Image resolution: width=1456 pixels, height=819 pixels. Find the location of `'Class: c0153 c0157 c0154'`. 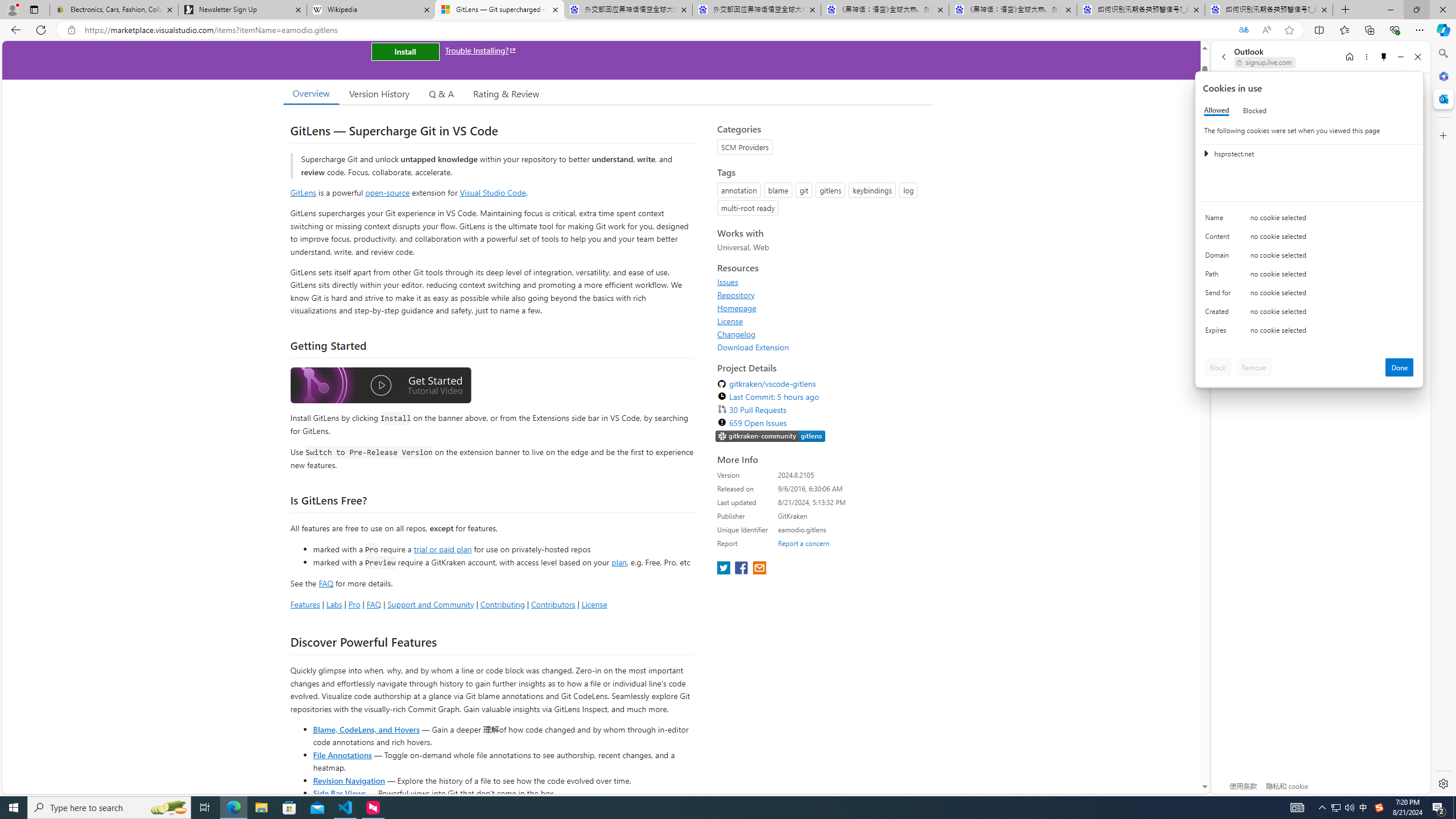

'Class: c0153 c0157 c0154' is located at coordinates (1309, 220).